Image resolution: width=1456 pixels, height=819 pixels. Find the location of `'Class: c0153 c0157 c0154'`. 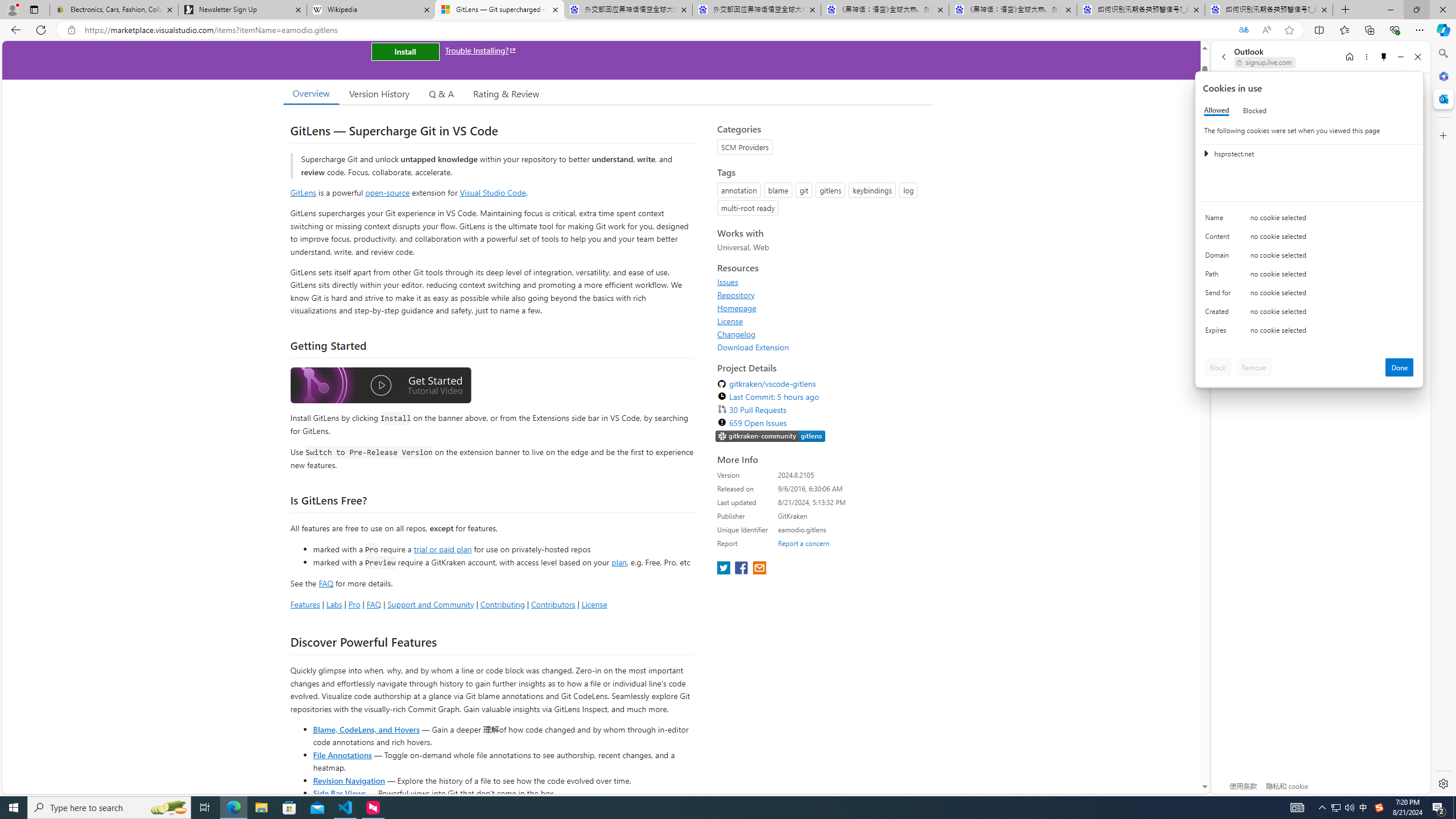

'Class: c0153 c0157 c0154' is located at coordinates (1309, 220).